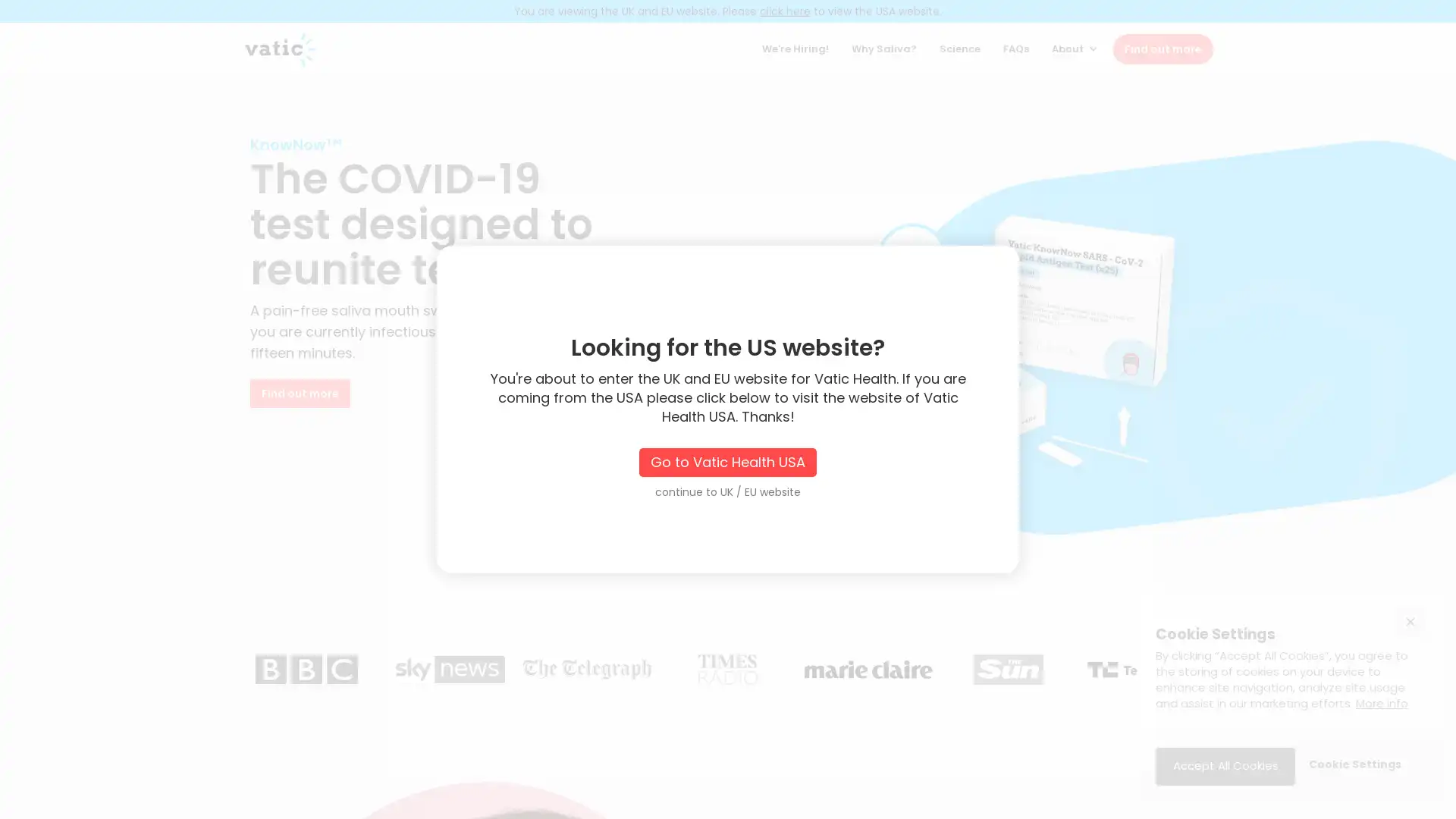 The width and height of the screenshot is (1456, 819). Describe the element at coordinates (1354, 766) in the screenshot. I see `Cookie Settings` at that location.